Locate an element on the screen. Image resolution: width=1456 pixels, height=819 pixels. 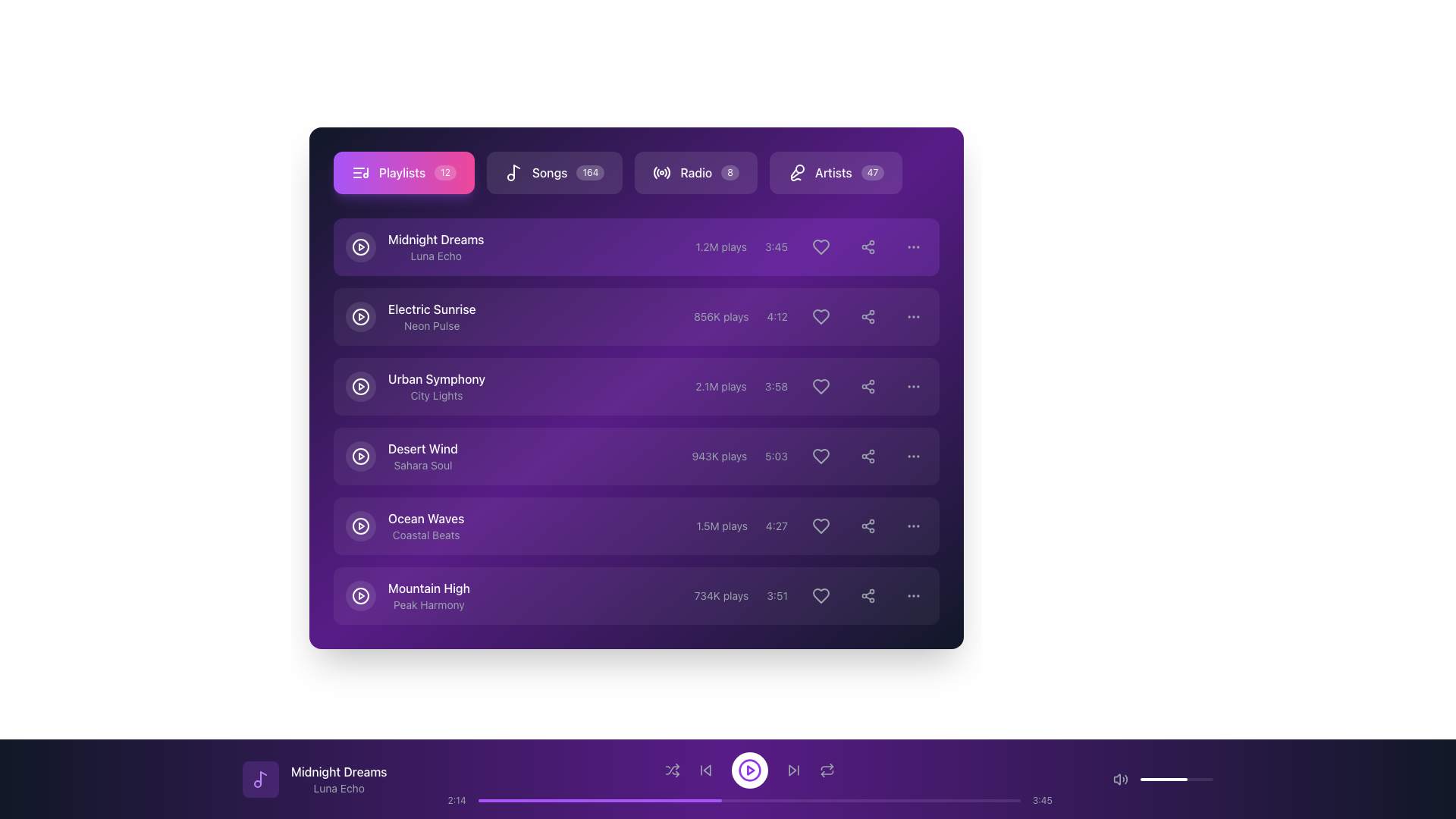
the first media item in the 'Playlists' section is located at coordinates (636, 246).